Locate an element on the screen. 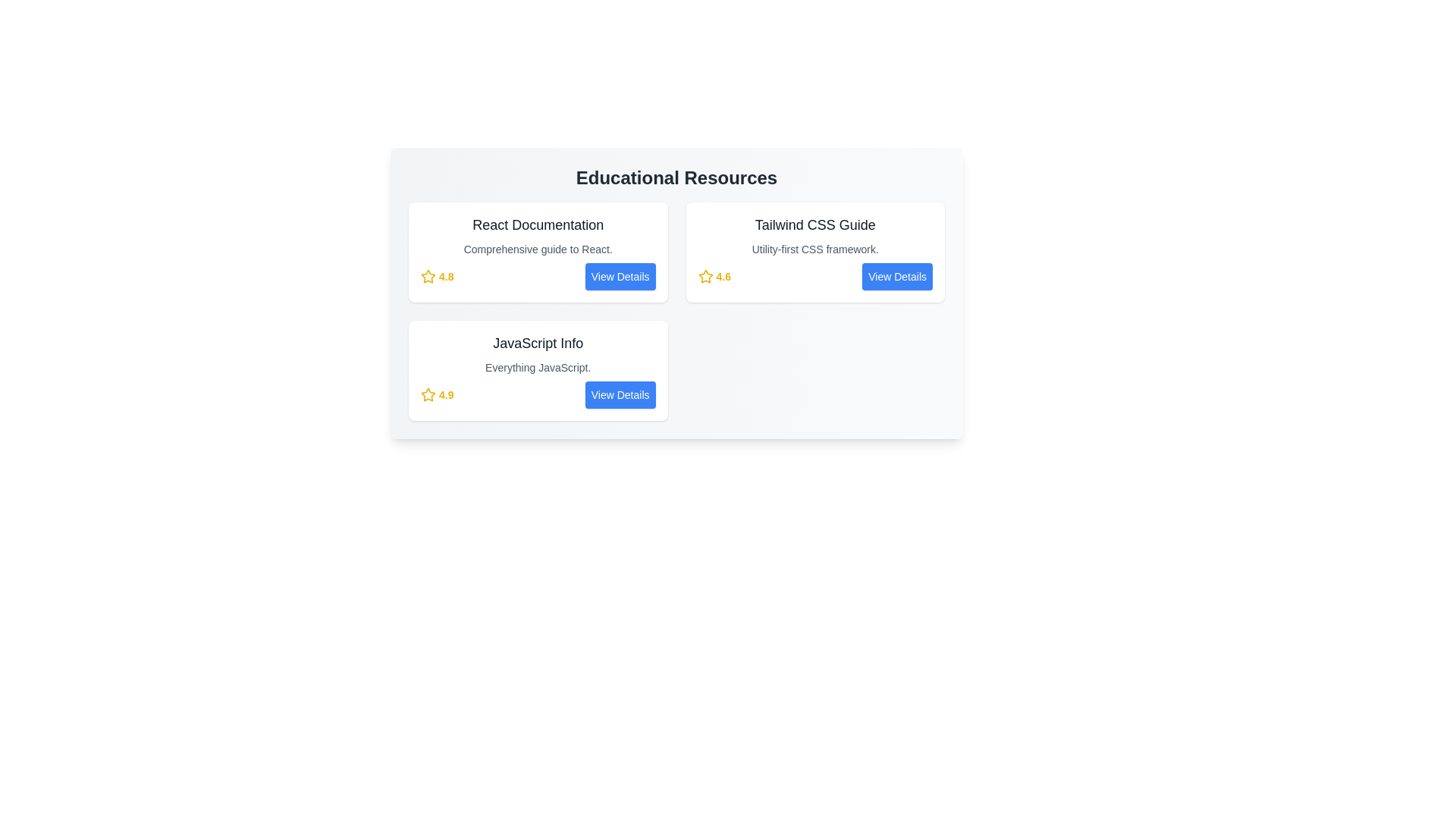 Image resolution: width=1456 pixels, height=819 pixels. the 'View Details' button for the resource titled 'JavaScript Info' is located at coordinates (620, 394).